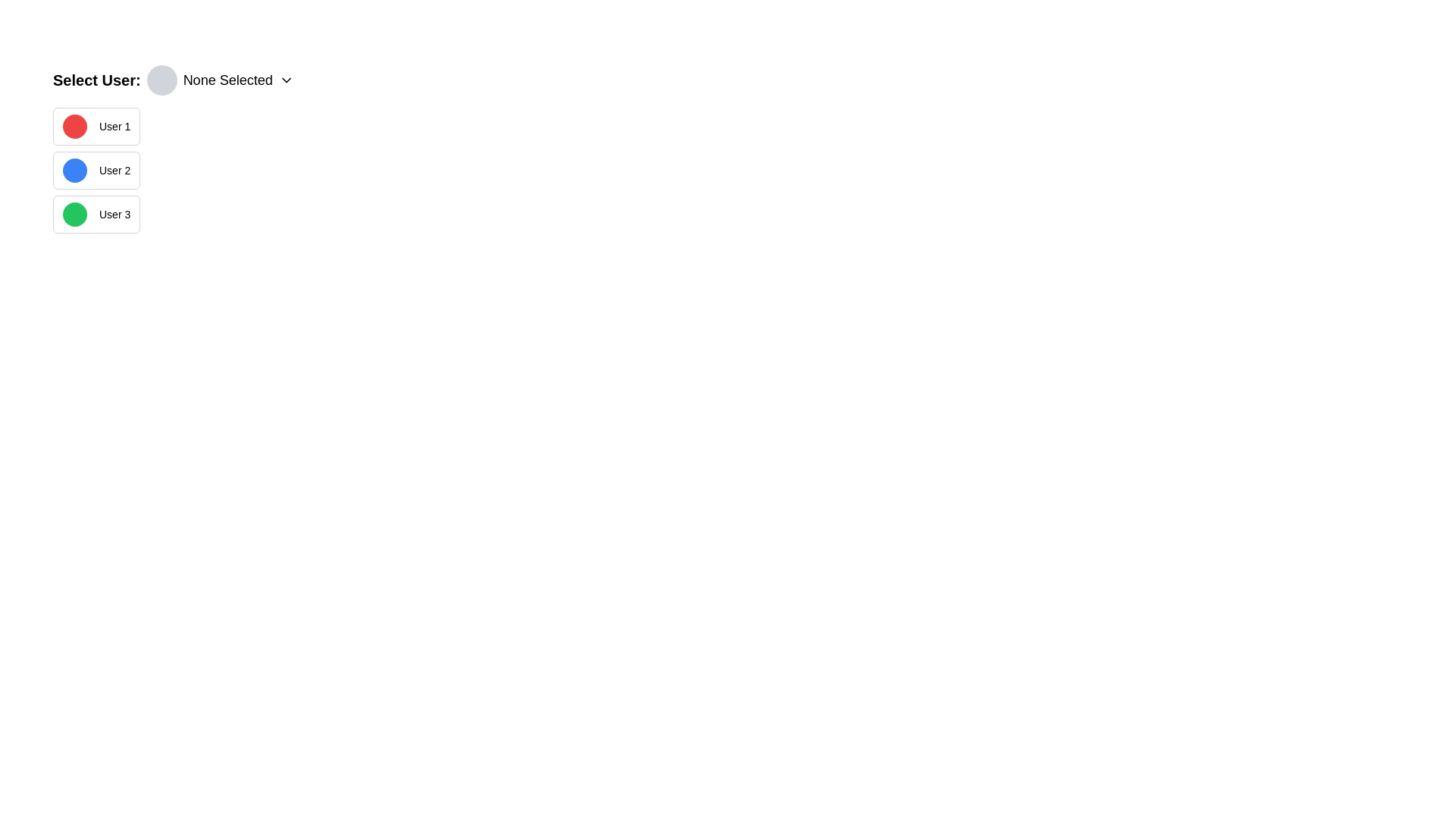  What do you see at coordinates (74, 214) in the screenshot?
I see `the circular green indicator icon located to the left of the text label 'User 3', which is the third element vertically in the list` at bounding box center [74, 214].